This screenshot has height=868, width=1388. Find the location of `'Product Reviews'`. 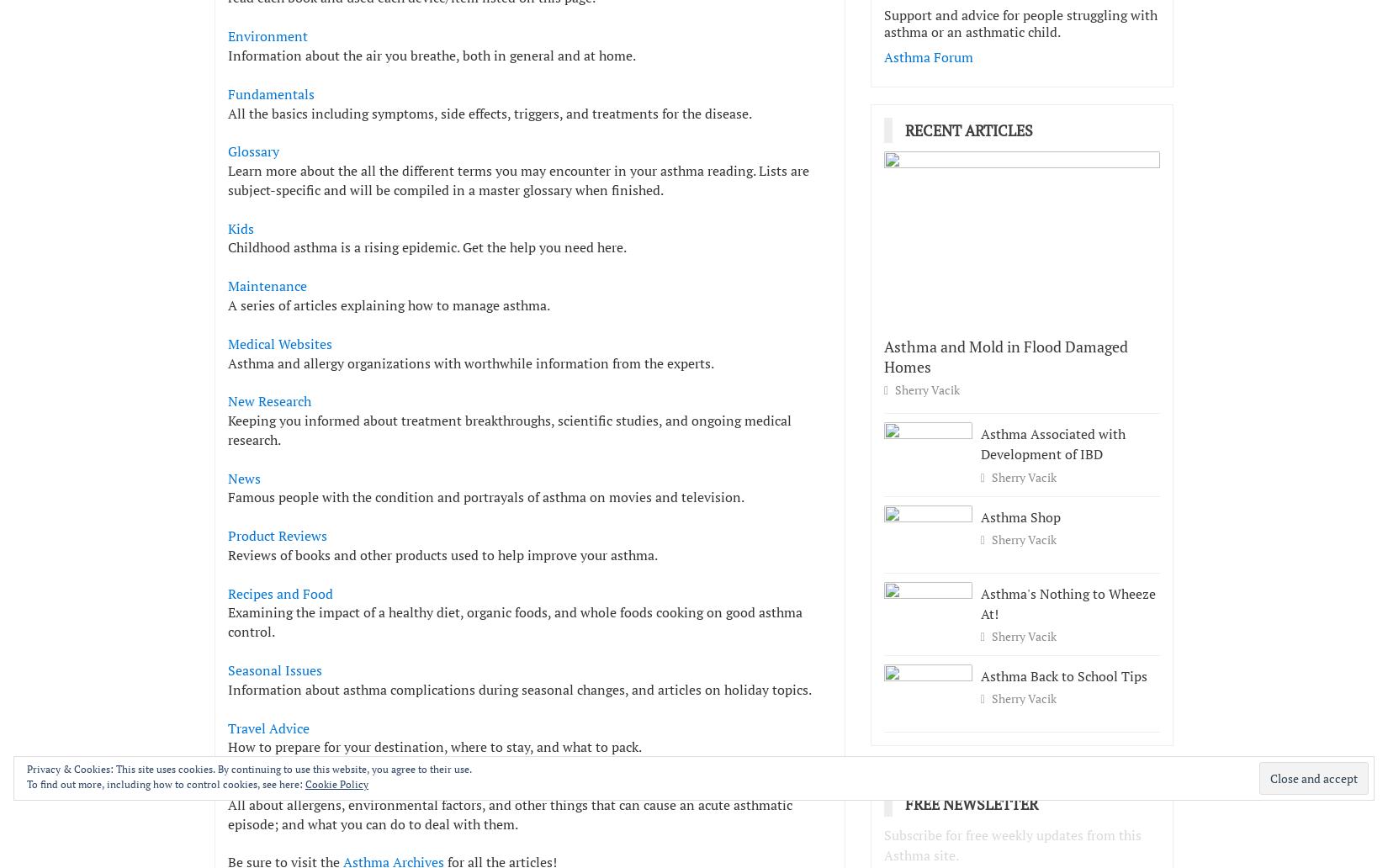

'Product Reviews' is located at coordinates (227, 535).